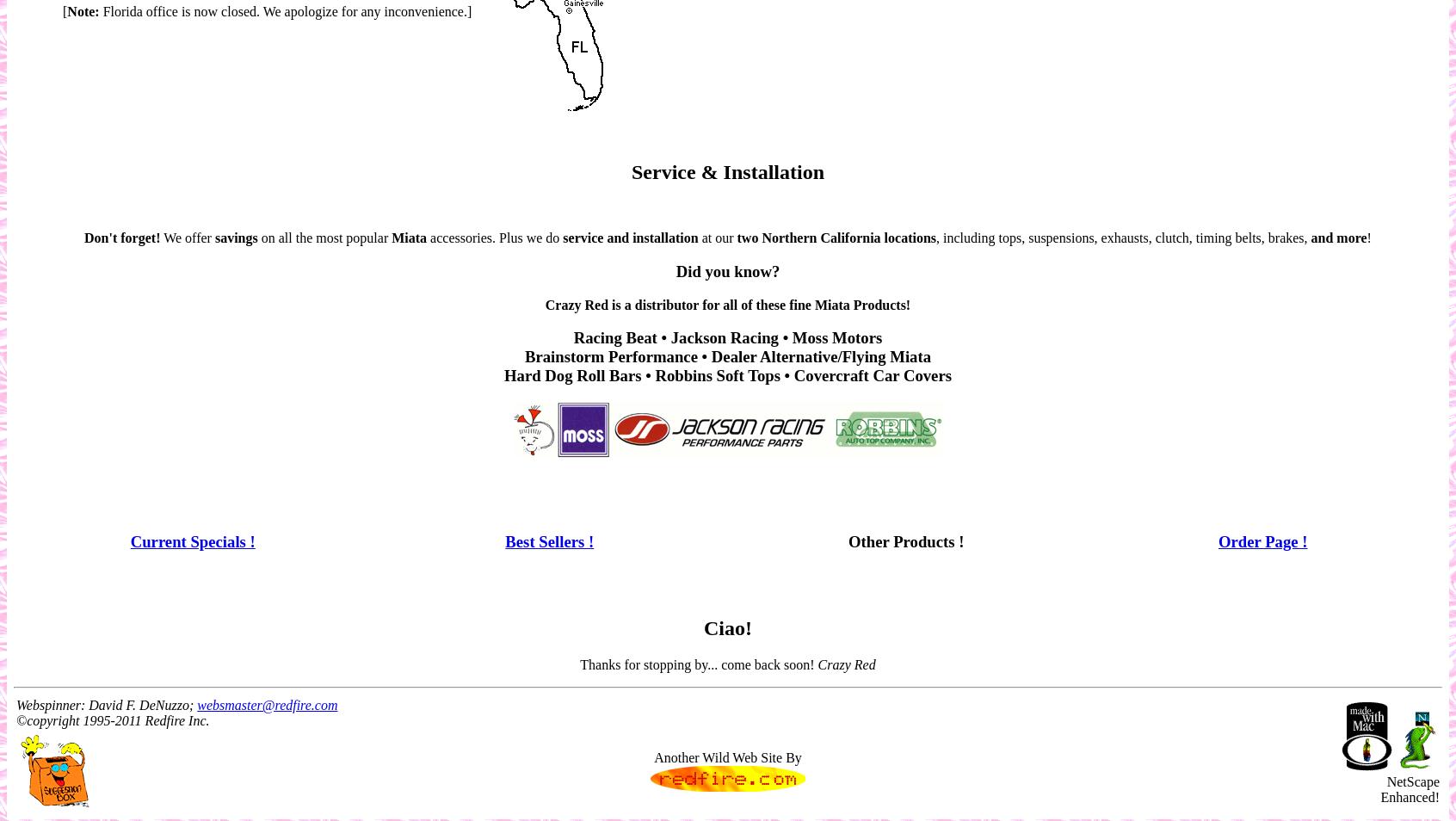 The width and height of the screenshot is (1456, 821). What do you see at coordinates (817, 664) in the screenshot?
I see `'Crazy Red'` at bounding box center [817, 664].